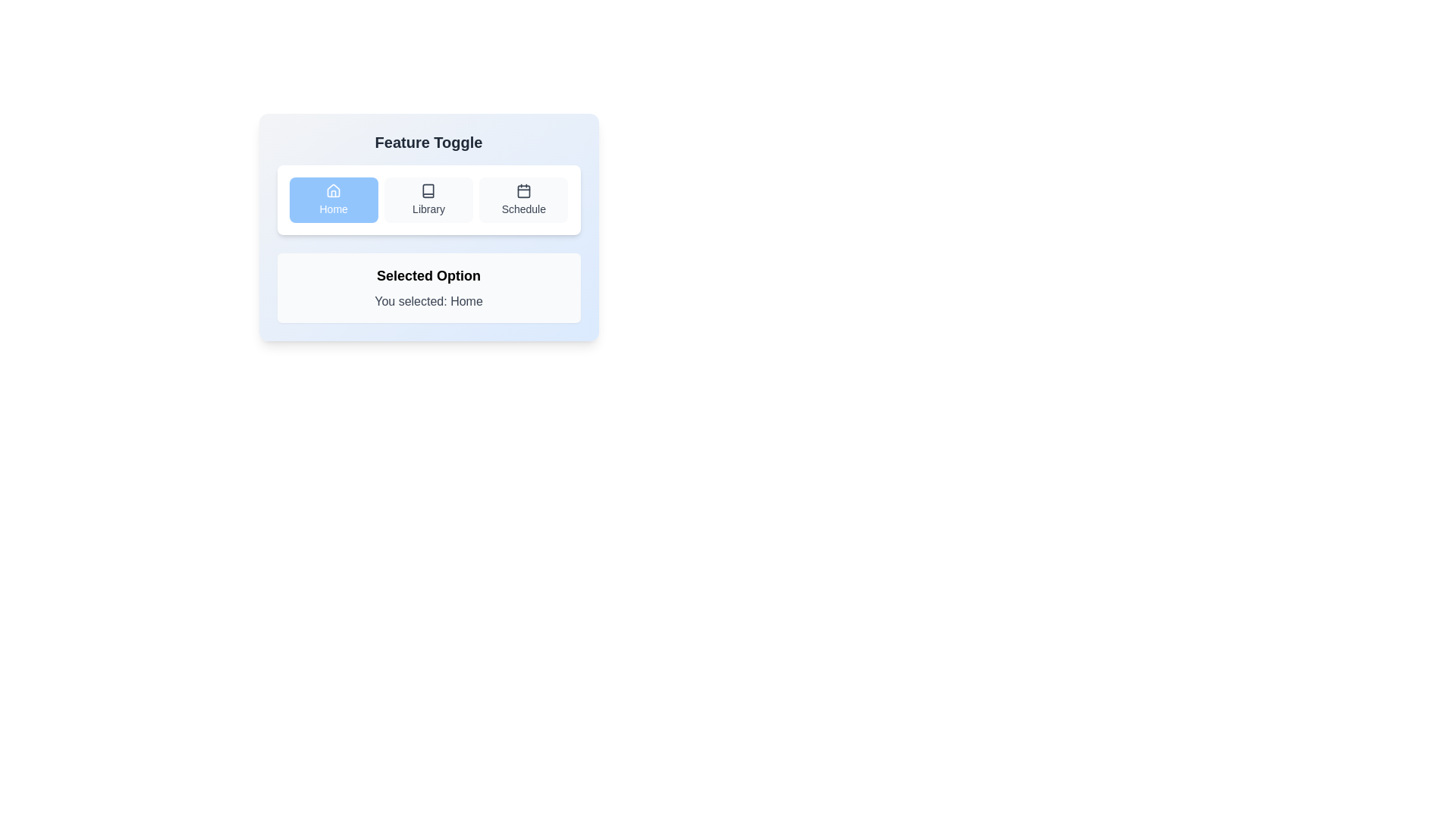 The height and width of the screenshot is (819, 1456). Describe the element at coordinates (428, 190) in the screenshot. I see `the 'Library' icon in the middle section of the toggle interface` at that location.